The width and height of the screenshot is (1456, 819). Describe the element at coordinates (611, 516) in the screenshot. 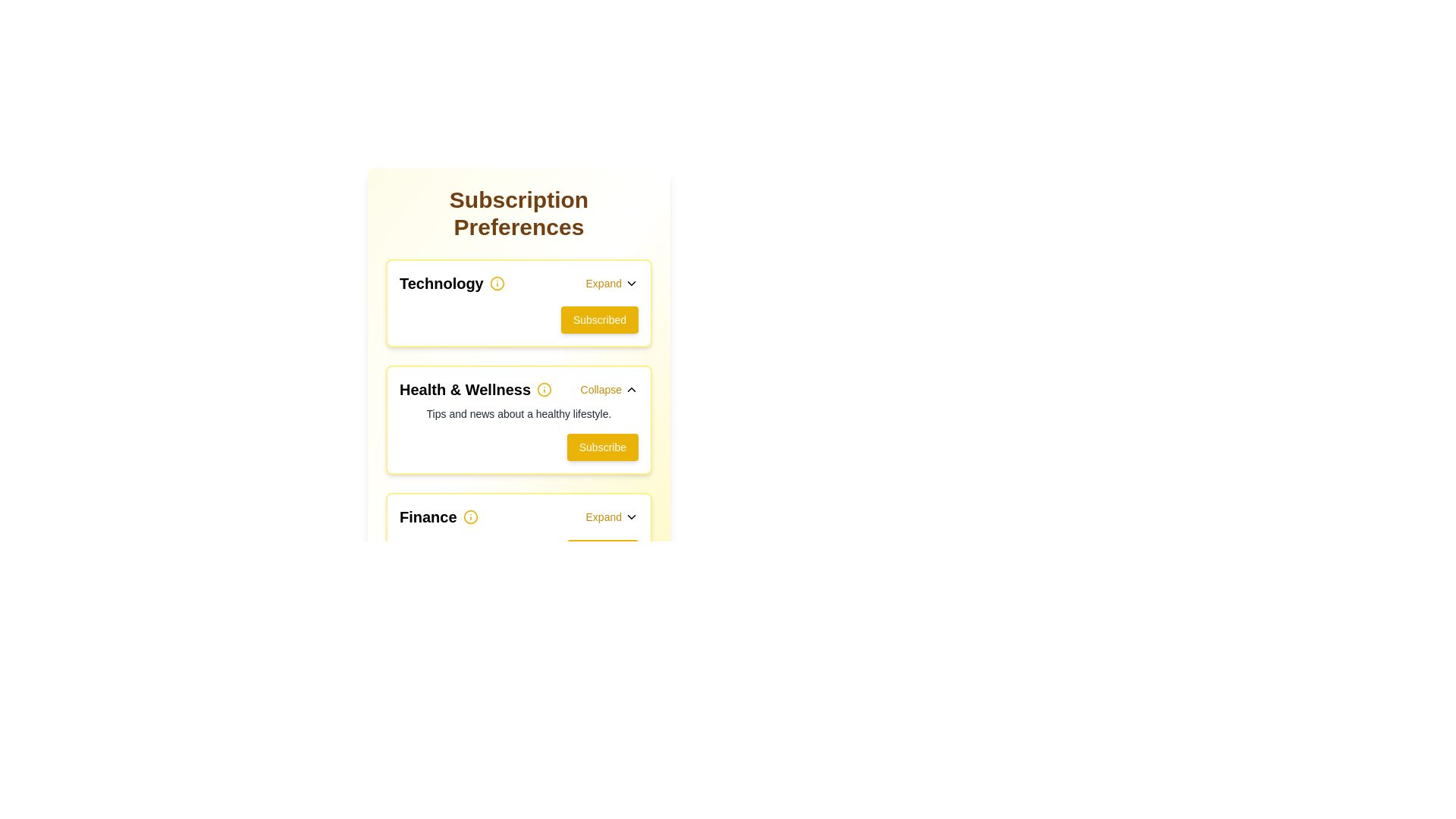

I see `the button at the far right of the 'Finance' section` at that location.